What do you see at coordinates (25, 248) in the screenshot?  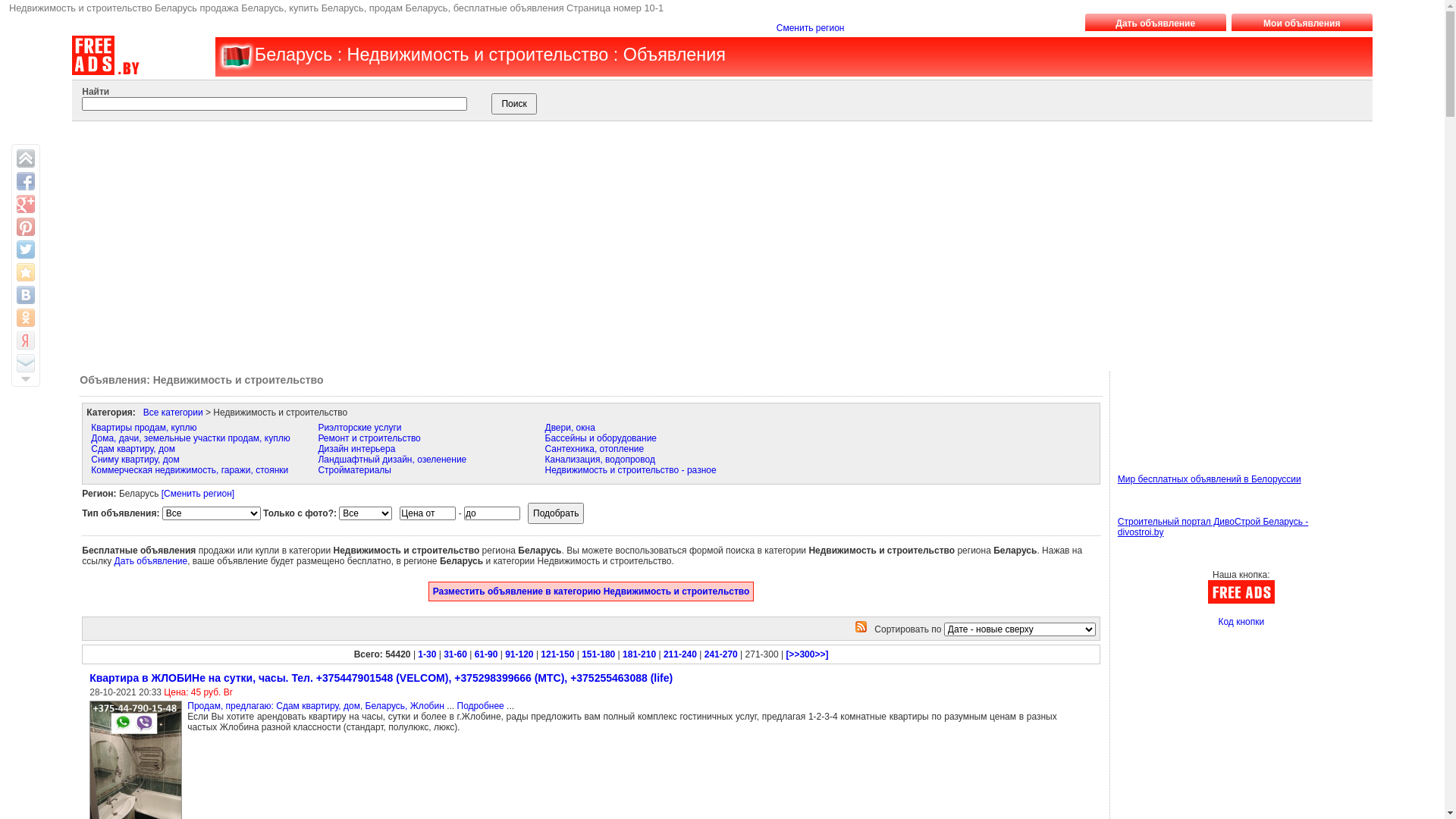 I see `'Share on Twitter'` at bounding box center [25, 248].